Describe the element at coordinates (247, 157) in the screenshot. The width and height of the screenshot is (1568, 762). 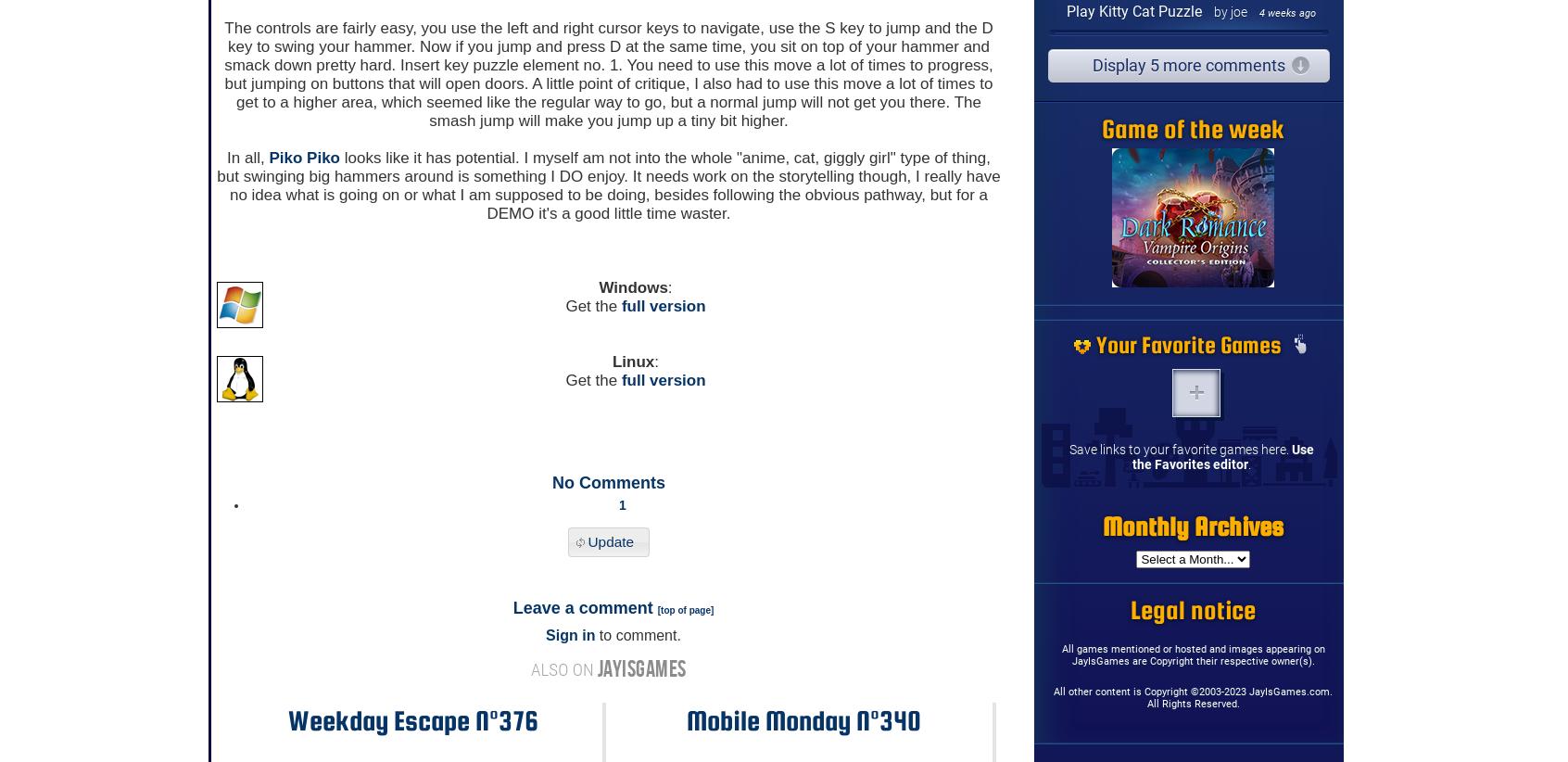
I see `'In all,'` at that location.